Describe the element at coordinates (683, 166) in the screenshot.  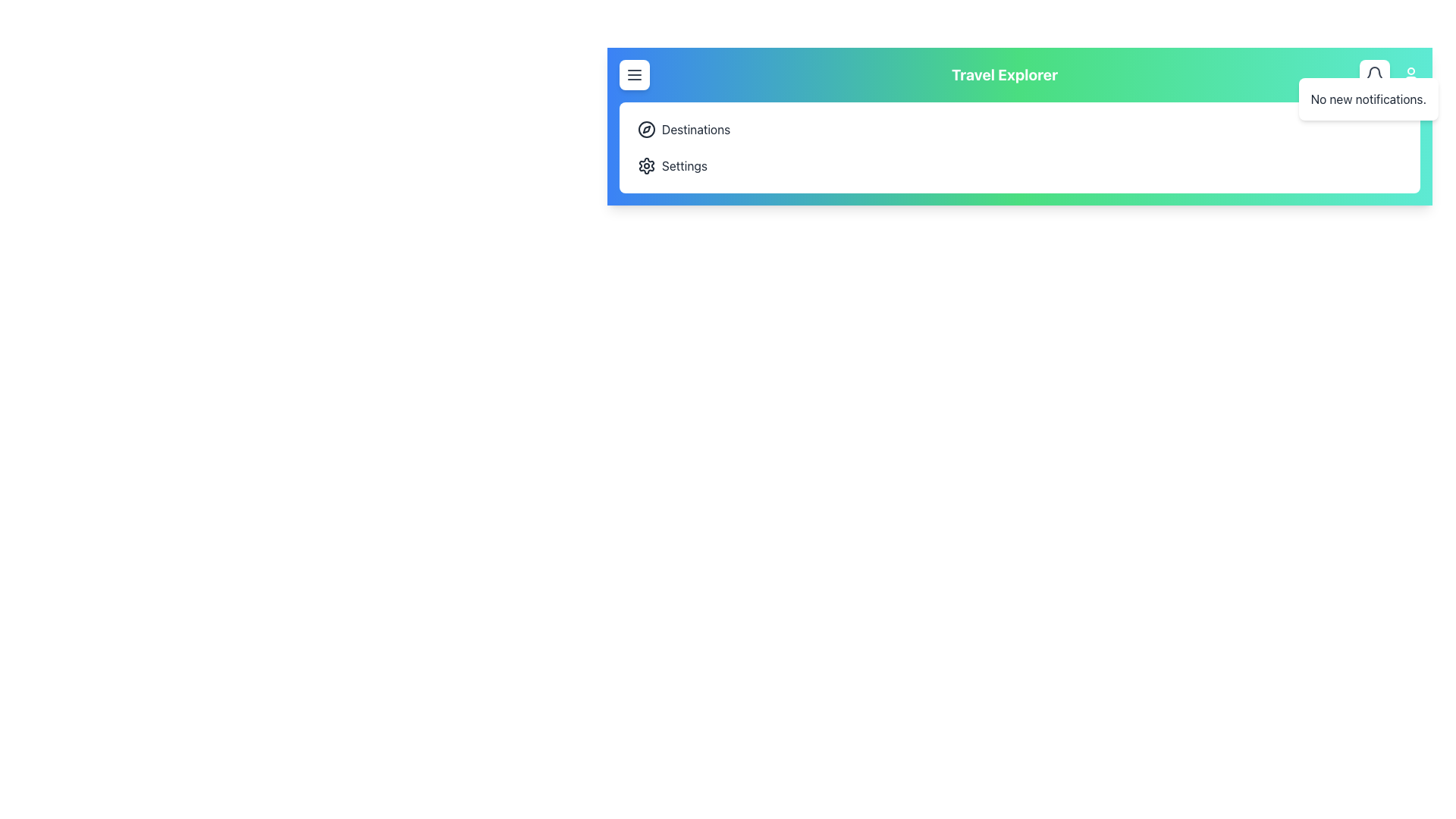
I see `the 'Settings' text label styled in black on a white background` at that location.